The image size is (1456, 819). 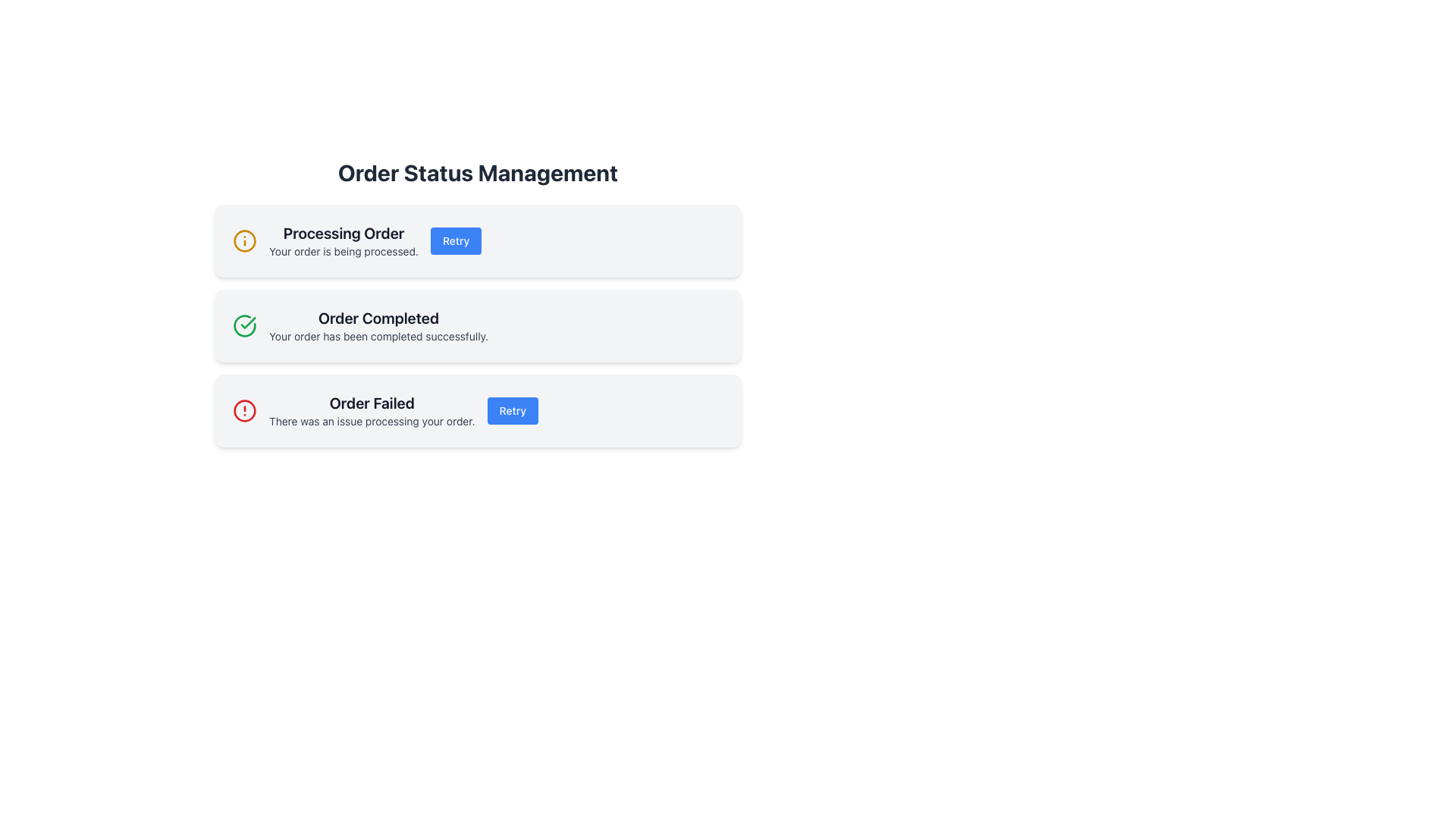 What do you see at coordinates (372, 411) in the screenshot?
I see `the status message displayed in the last status card of the 'Order Status Management' section, located below the 'Order Completed' status and to the left of the 'Retry' button` at bounding box center [372, 411].